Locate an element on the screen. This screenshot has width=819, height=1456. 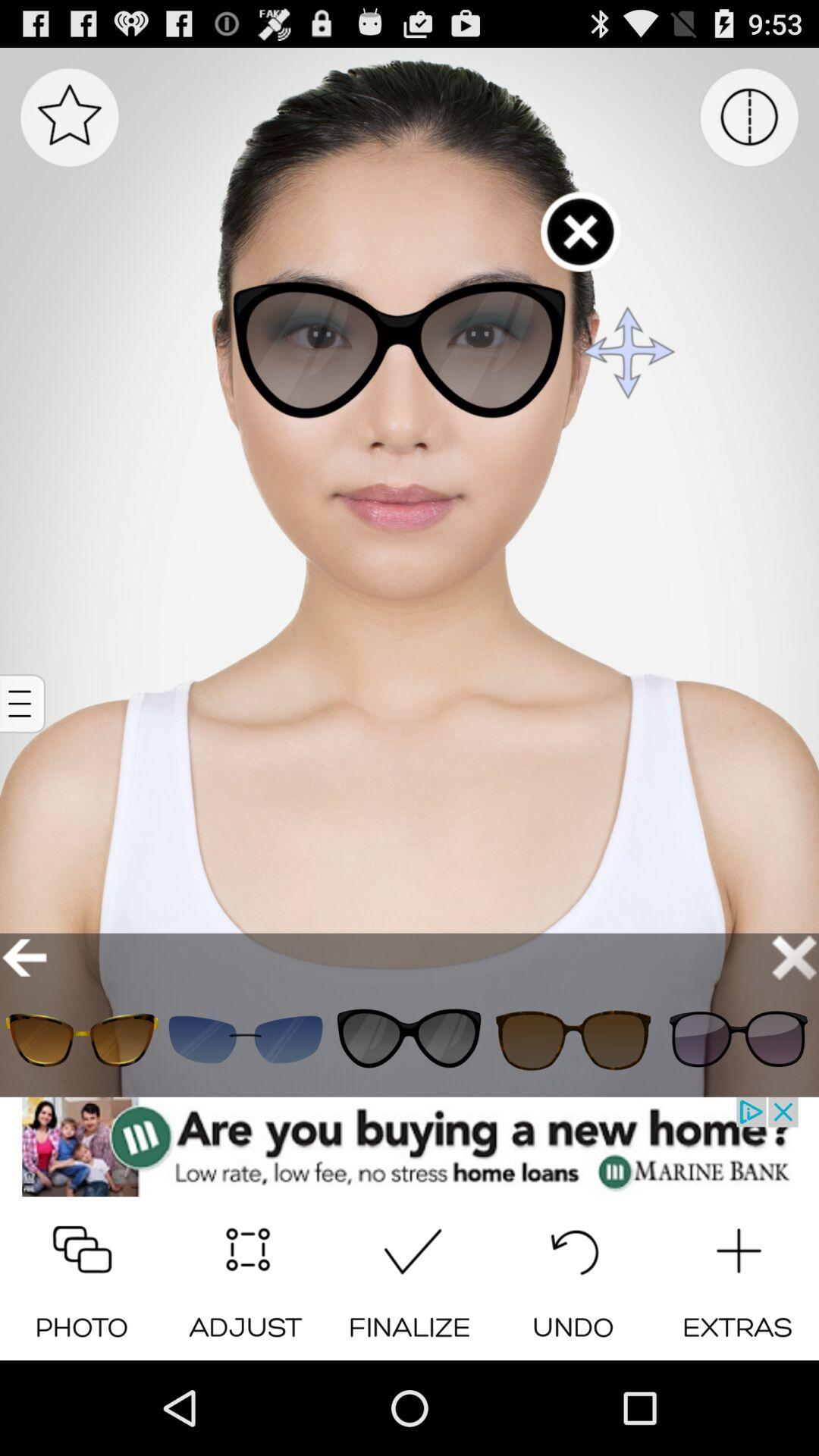
symmetry button is located at coordinates (748, 116).